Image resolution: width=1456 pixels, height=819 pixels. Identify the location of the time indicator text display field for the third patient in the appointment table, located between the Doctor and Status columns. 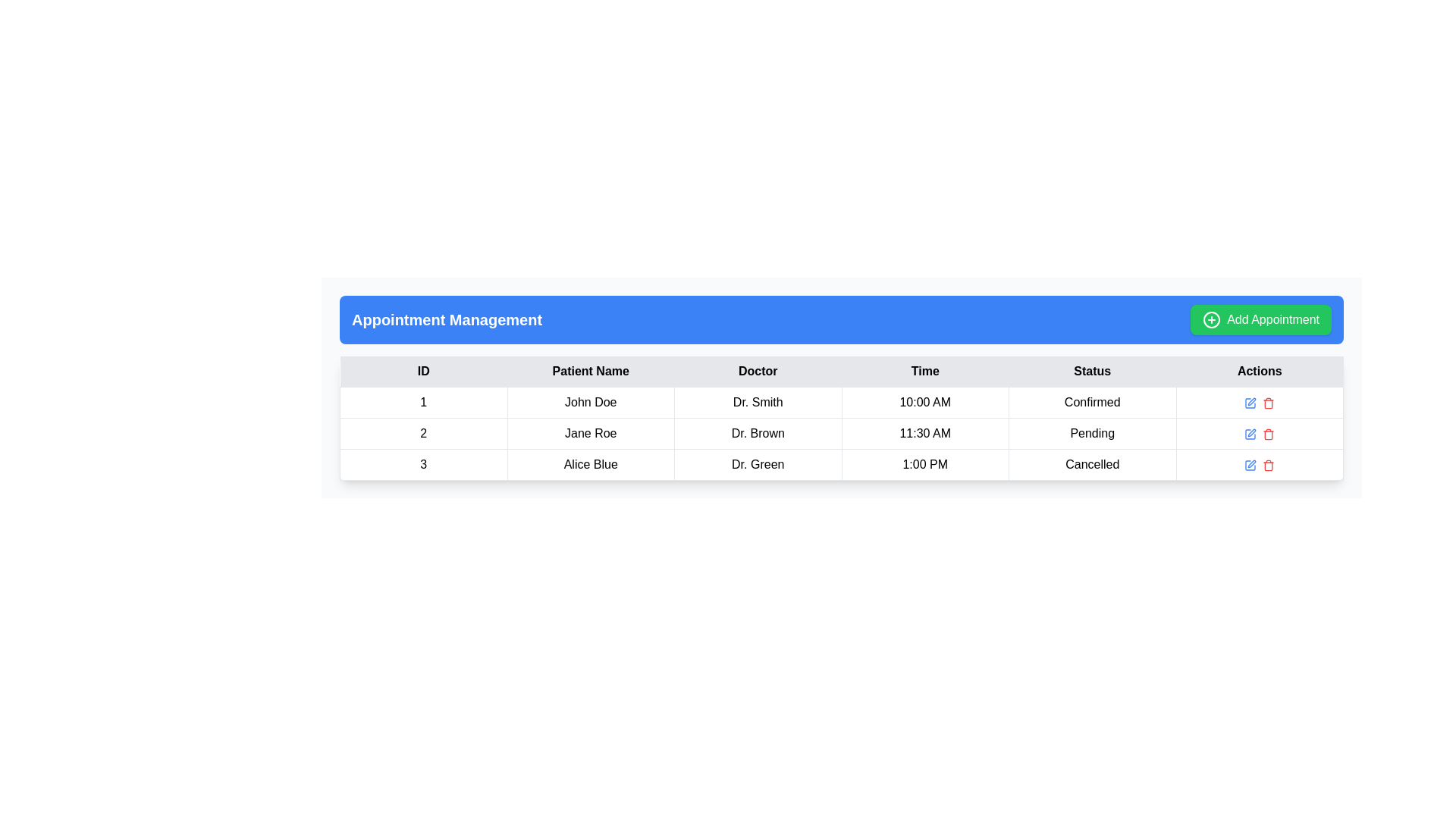
(924, 464).